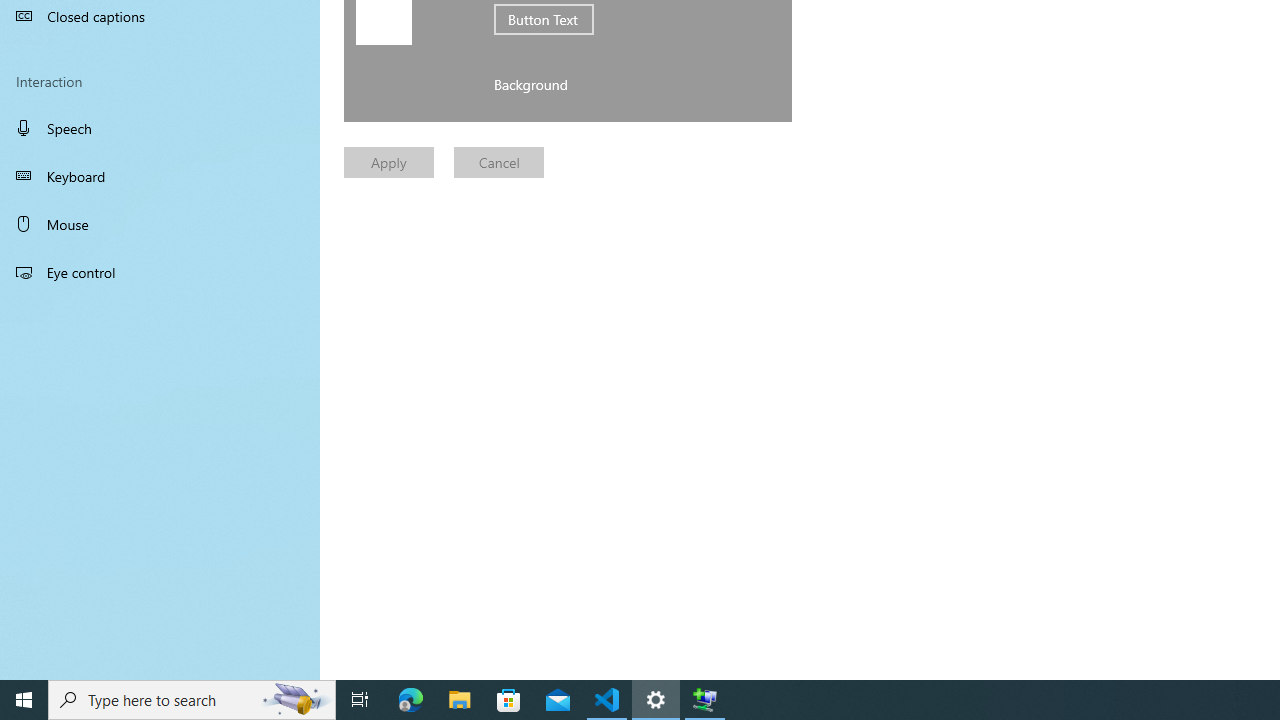  What do you see at coordinates (509, 698) in the screenshot?
I see `'Microsoft Store'` at bounding box center [509, 698].